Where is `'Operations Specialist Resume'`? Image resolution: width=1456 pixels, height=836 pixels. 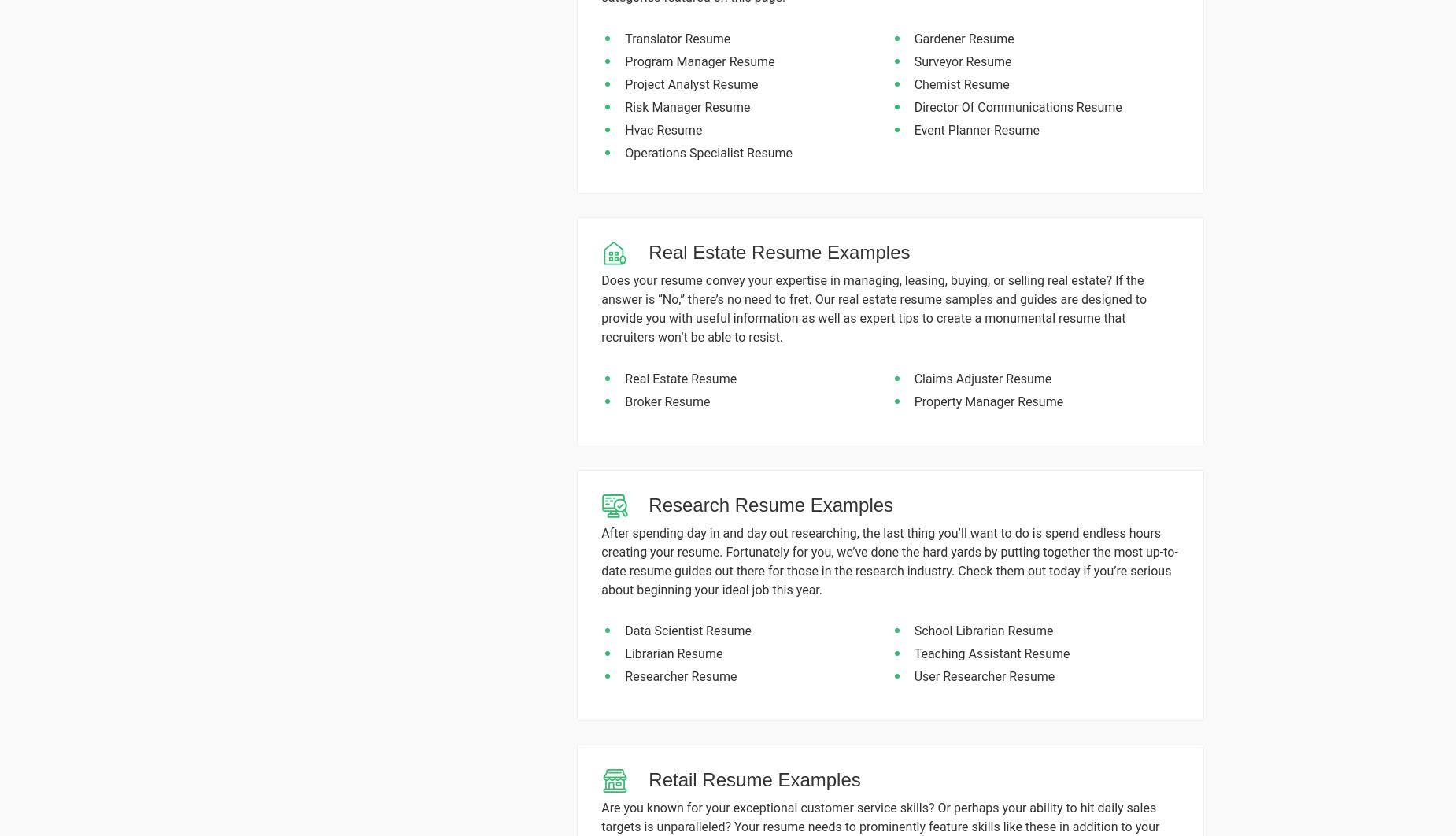
'Operations Specialist Resume' is located at coordinates (708, 152).